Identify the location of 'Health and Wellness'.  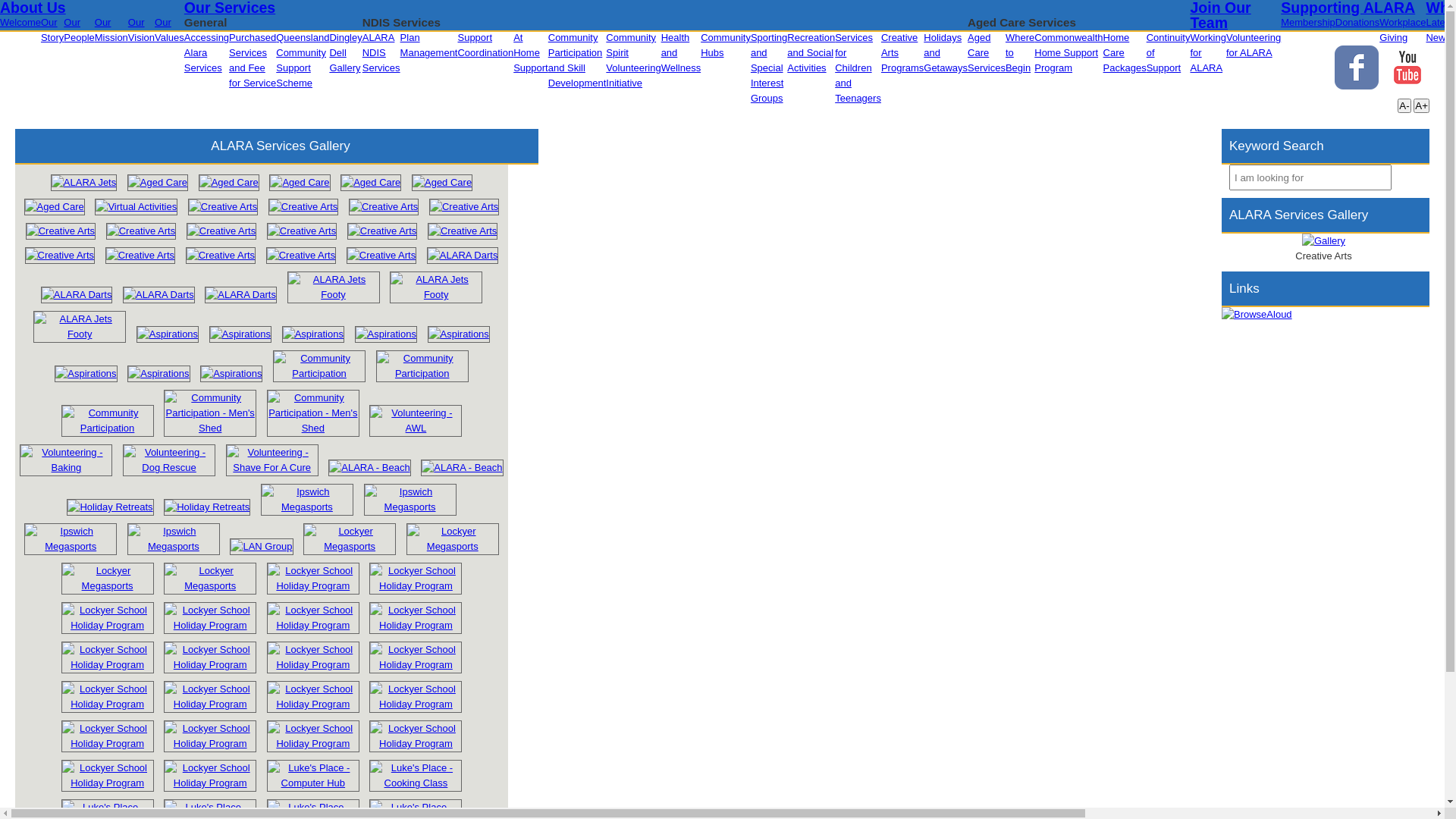
(680, 52).